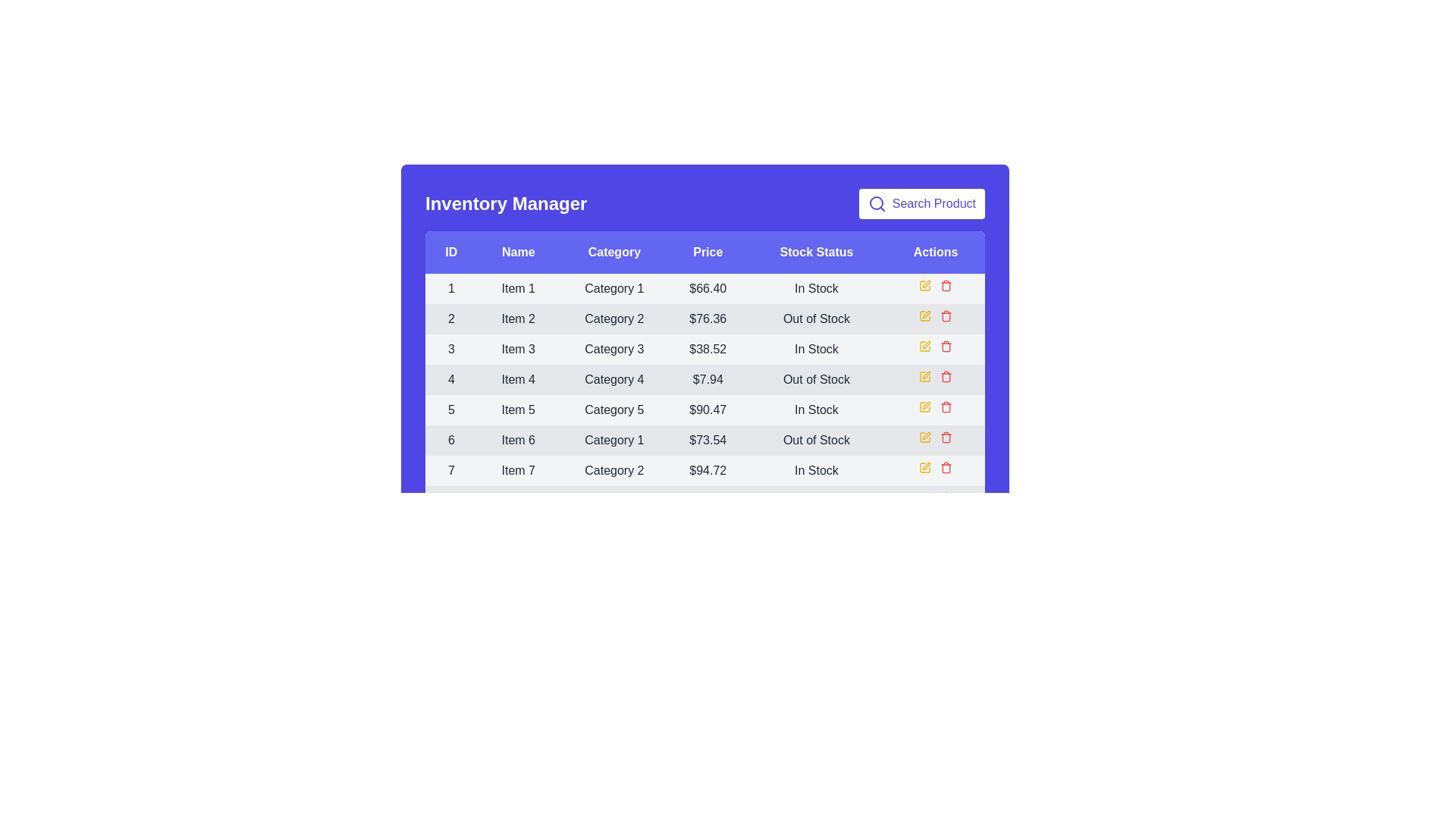 The width and height of the screenshot is (1456, 819). I want to click on the column header Stock Status to sort the table by that column, so click(814, 251).